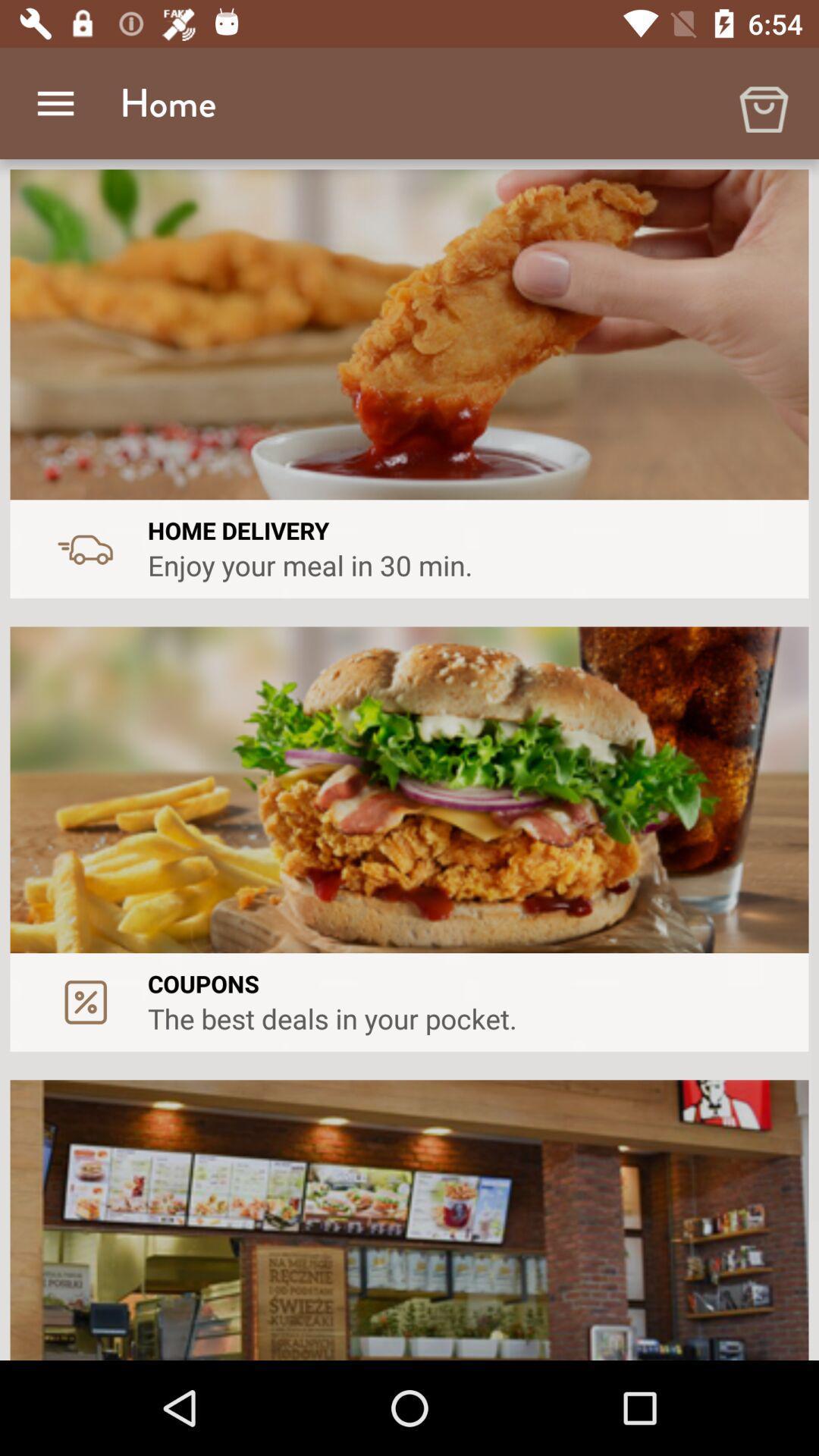 The width and height of the screenshot is (819, 1456). What do you see at coordinates (763, 102) in the screenshot?
I see `the item at the top right corner` at bounding box center [763, 102].